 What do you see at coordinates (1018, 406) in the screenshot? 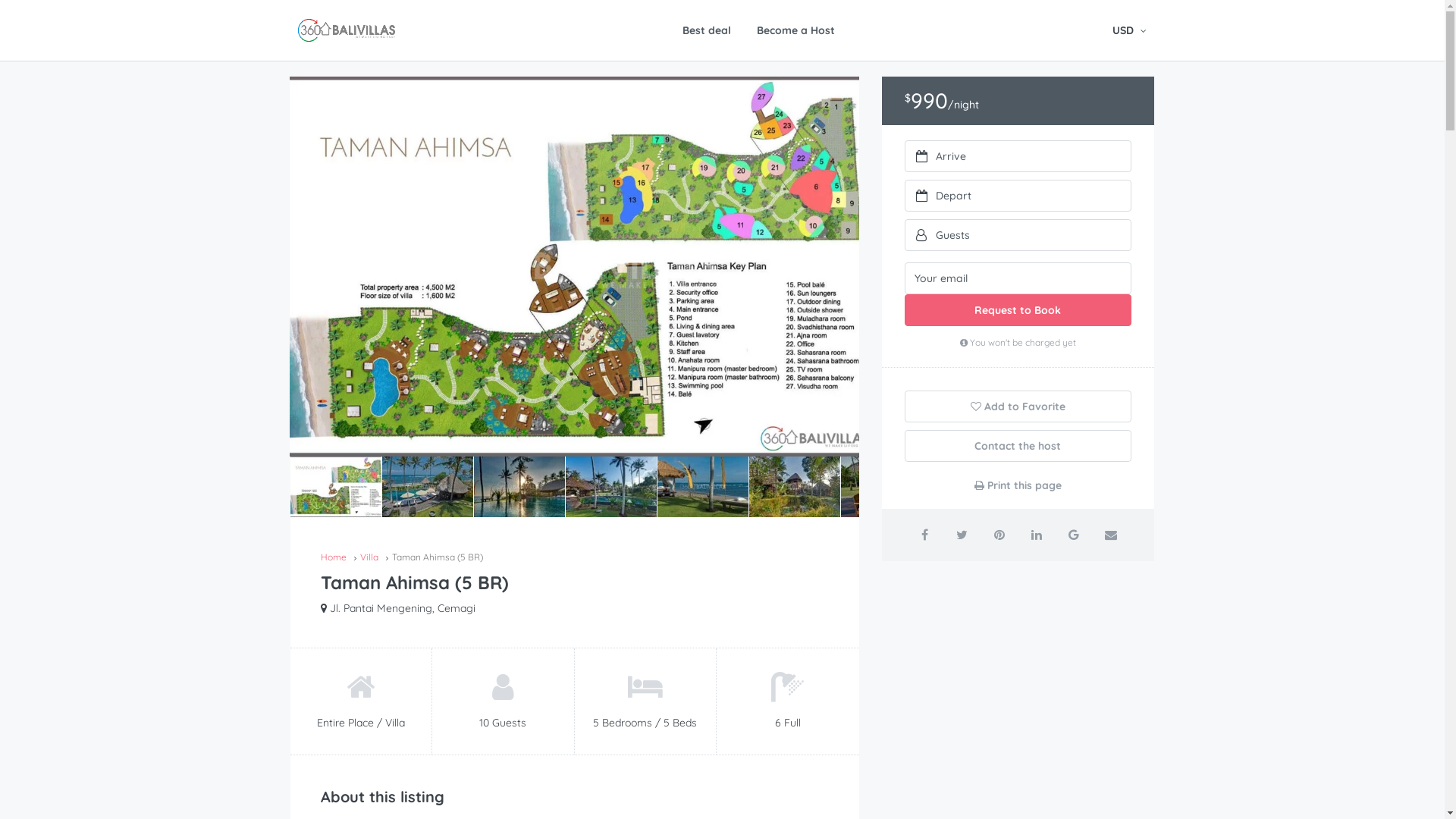
I see `'Add to Favorite'` at bounding box center [1018, 406].